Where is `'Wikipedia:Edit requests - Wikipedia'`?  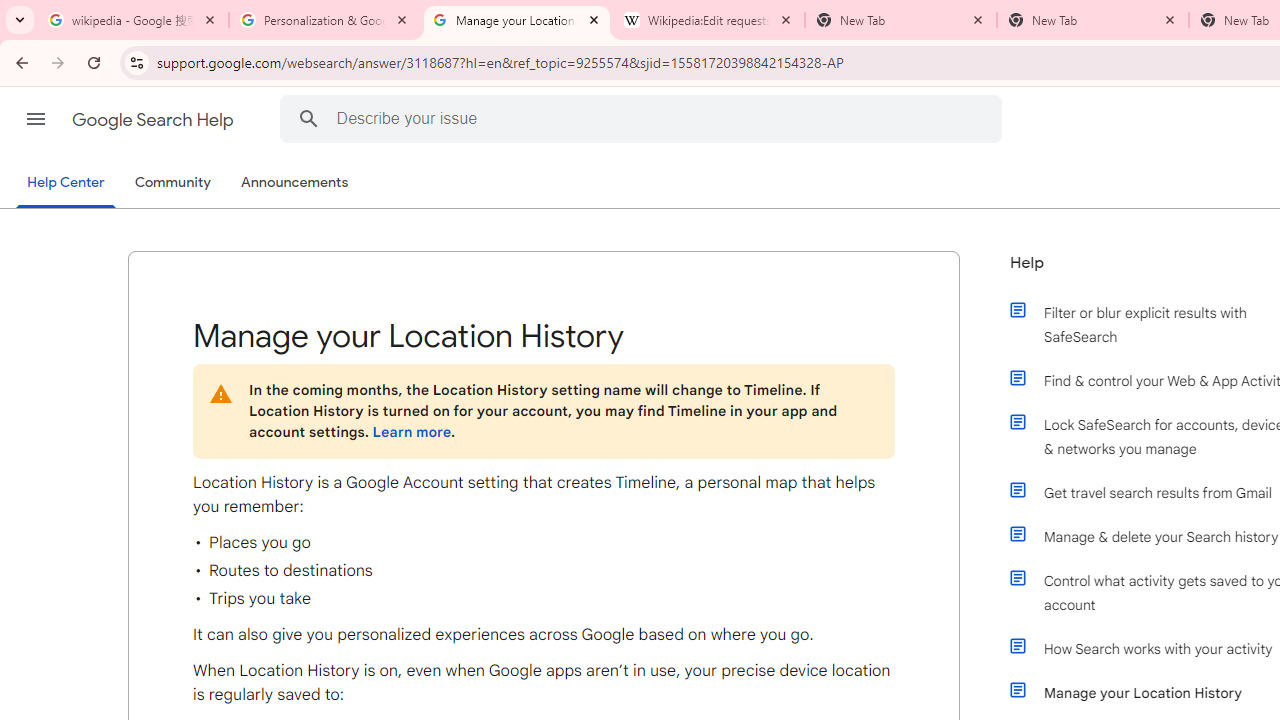 'Wikipedia:Edit requests - Wikipedia' is located at coordinates (709, 20).